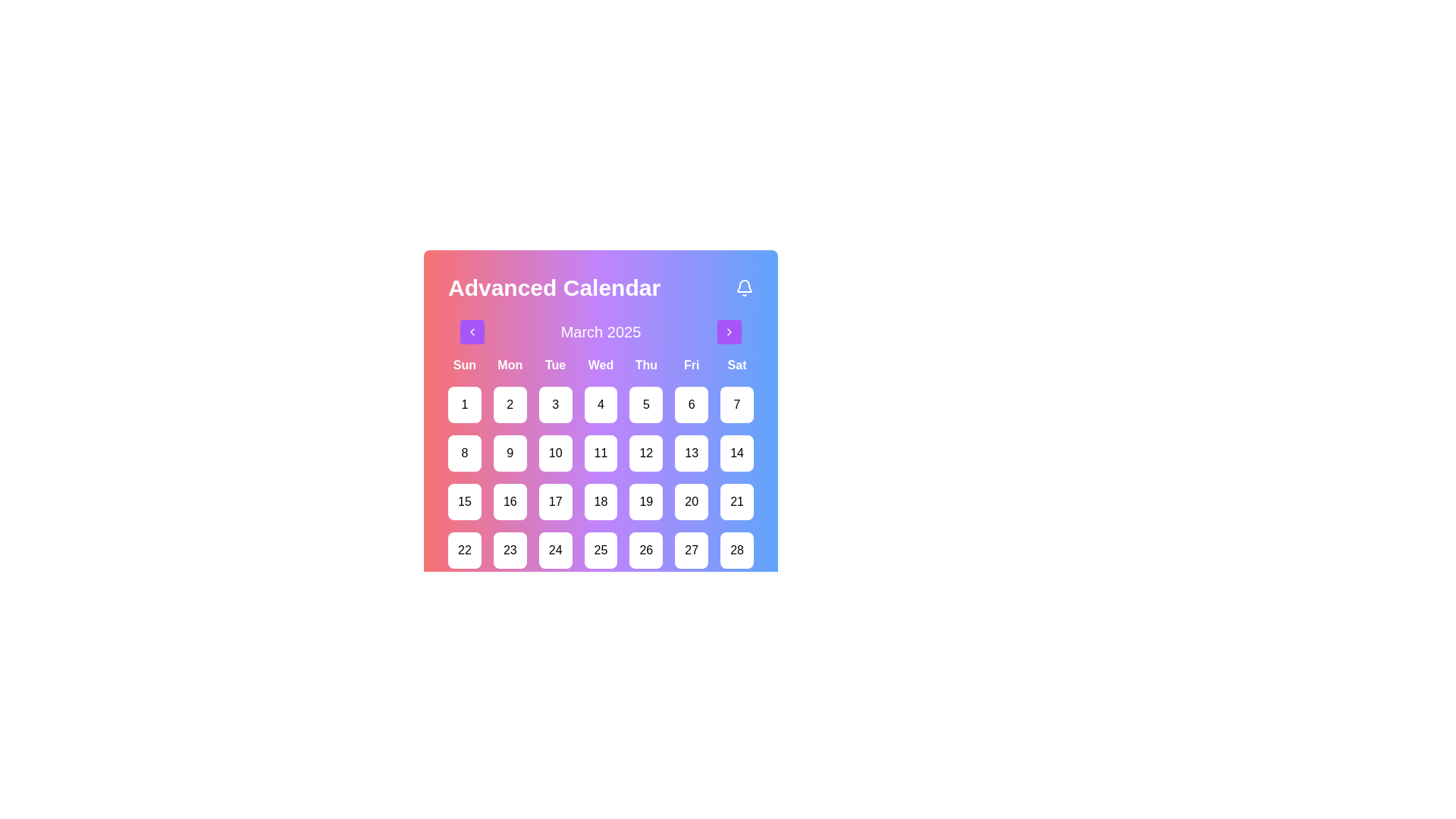 The width and height of the screenshot is (1456, 819). What do you see at coordinates (600, 486) in the screenshot?
I see `the individual date cells in the calendar grid layout` at bounding box center [600, 486].